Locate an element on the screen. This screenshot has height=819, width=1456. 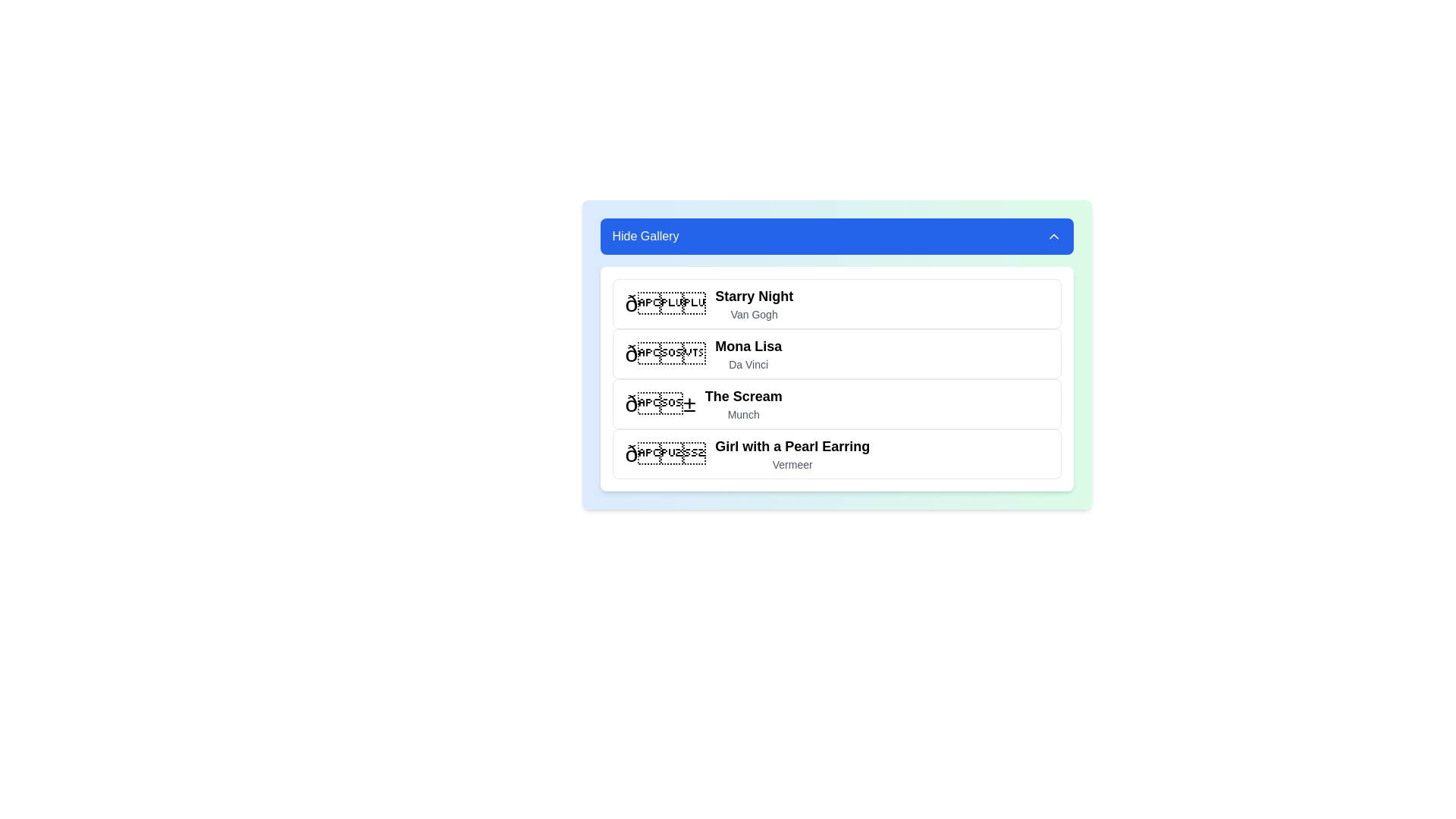
the text label representing 'Girl with a Pearl Earring' by Vermeer, located in the bottom-most entry of the 'Hide Gallery' sidebar list is located at coordinates (792, 453).